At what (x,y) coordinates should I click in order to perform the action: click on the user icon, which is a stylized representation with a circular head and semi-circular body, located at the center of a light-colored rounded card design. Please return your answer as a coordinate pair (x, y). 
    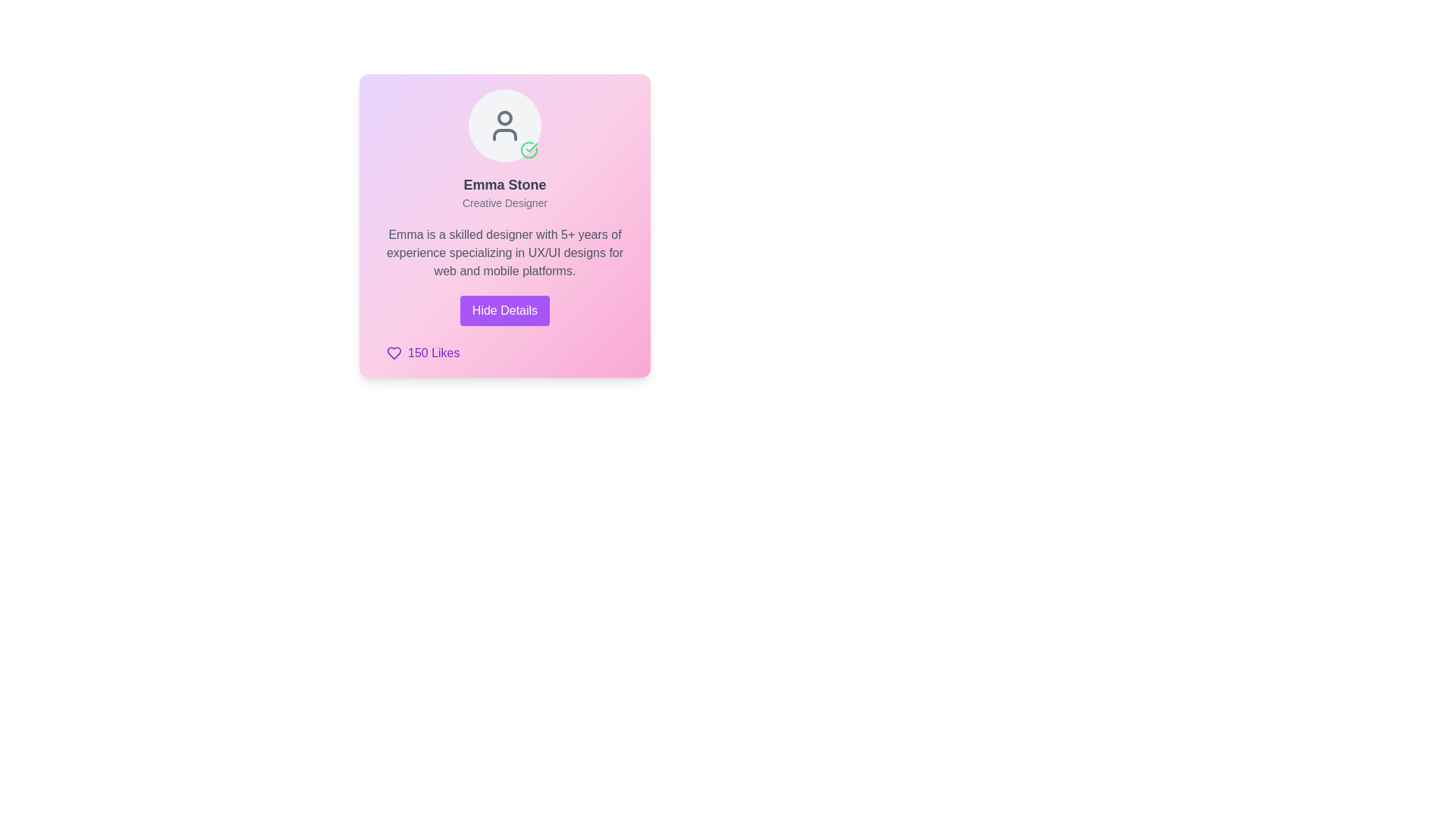
    Looking at the image, I should click on (505, 124).